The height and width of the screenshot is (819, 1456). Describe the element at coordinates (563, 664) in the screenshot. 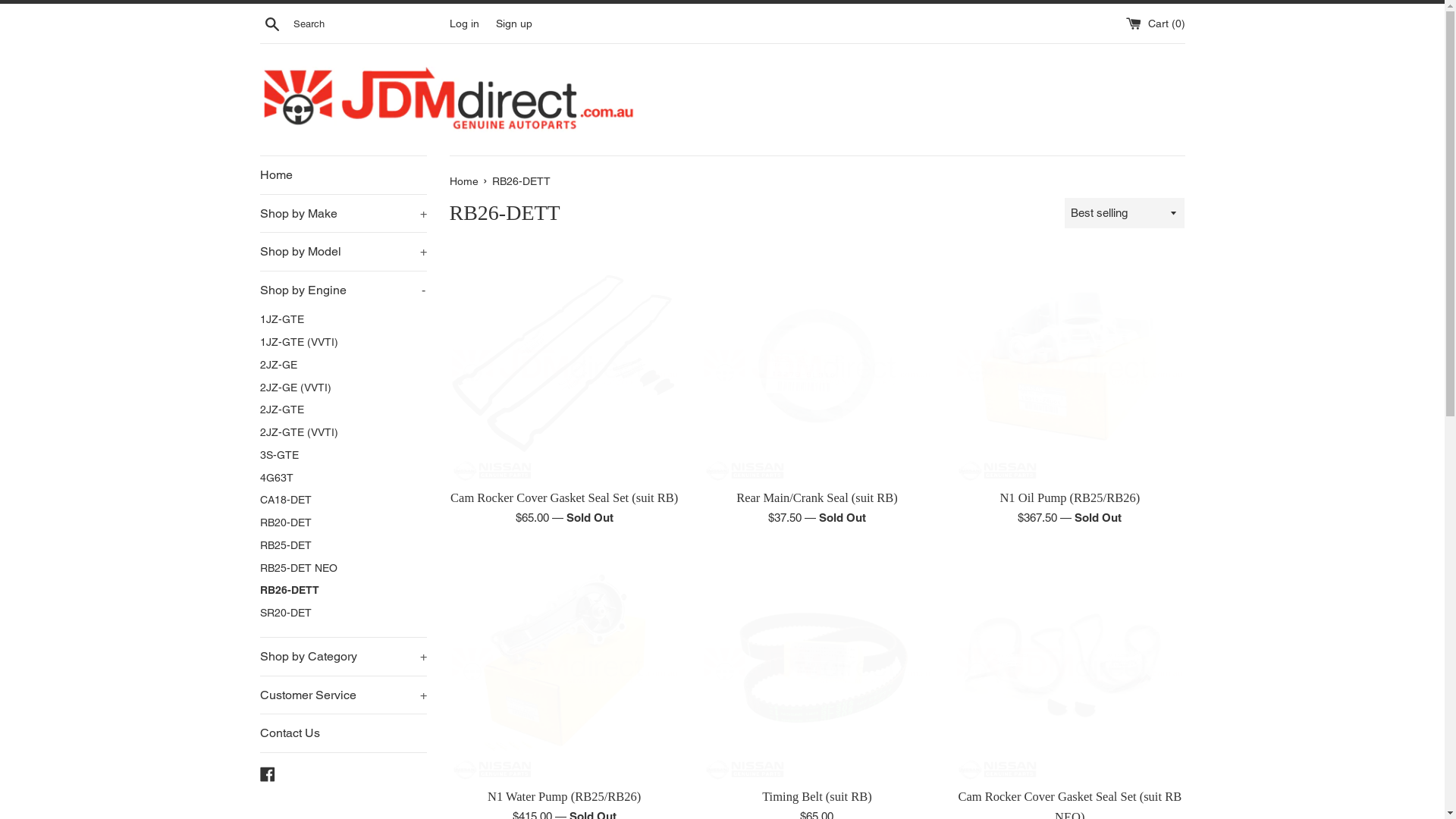

I see `'N1 Water Pump (RB25/RB26)'` at that location.